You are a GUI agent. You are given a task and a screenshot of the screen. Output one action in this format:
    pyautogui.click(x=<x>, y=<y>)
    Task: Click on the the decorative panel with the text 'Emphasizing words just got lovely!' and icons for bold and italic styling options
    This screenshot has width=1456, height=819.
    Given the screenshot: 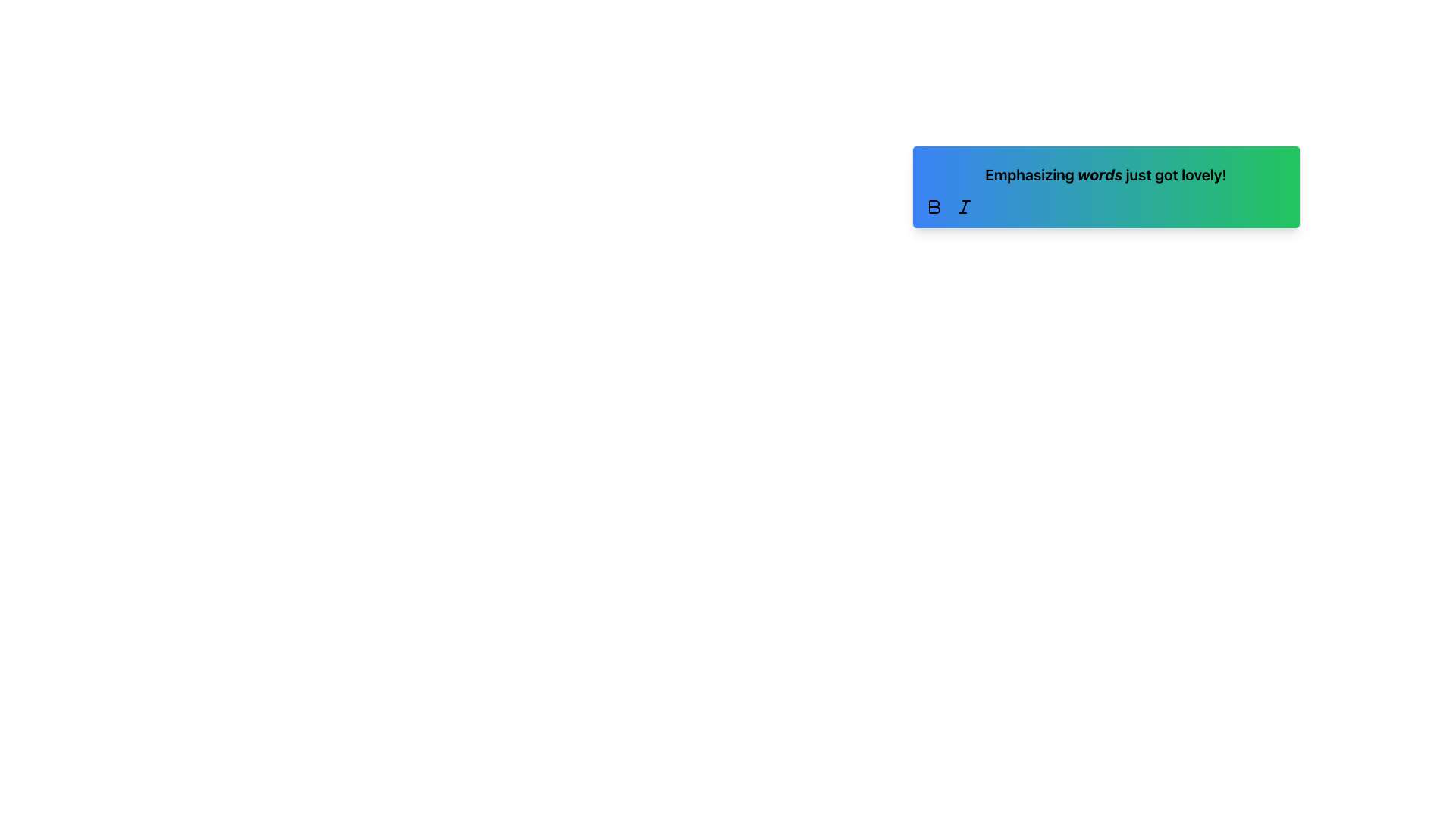 What is the action you would take?
    pyautogui.click(x=1106, y=186)
    